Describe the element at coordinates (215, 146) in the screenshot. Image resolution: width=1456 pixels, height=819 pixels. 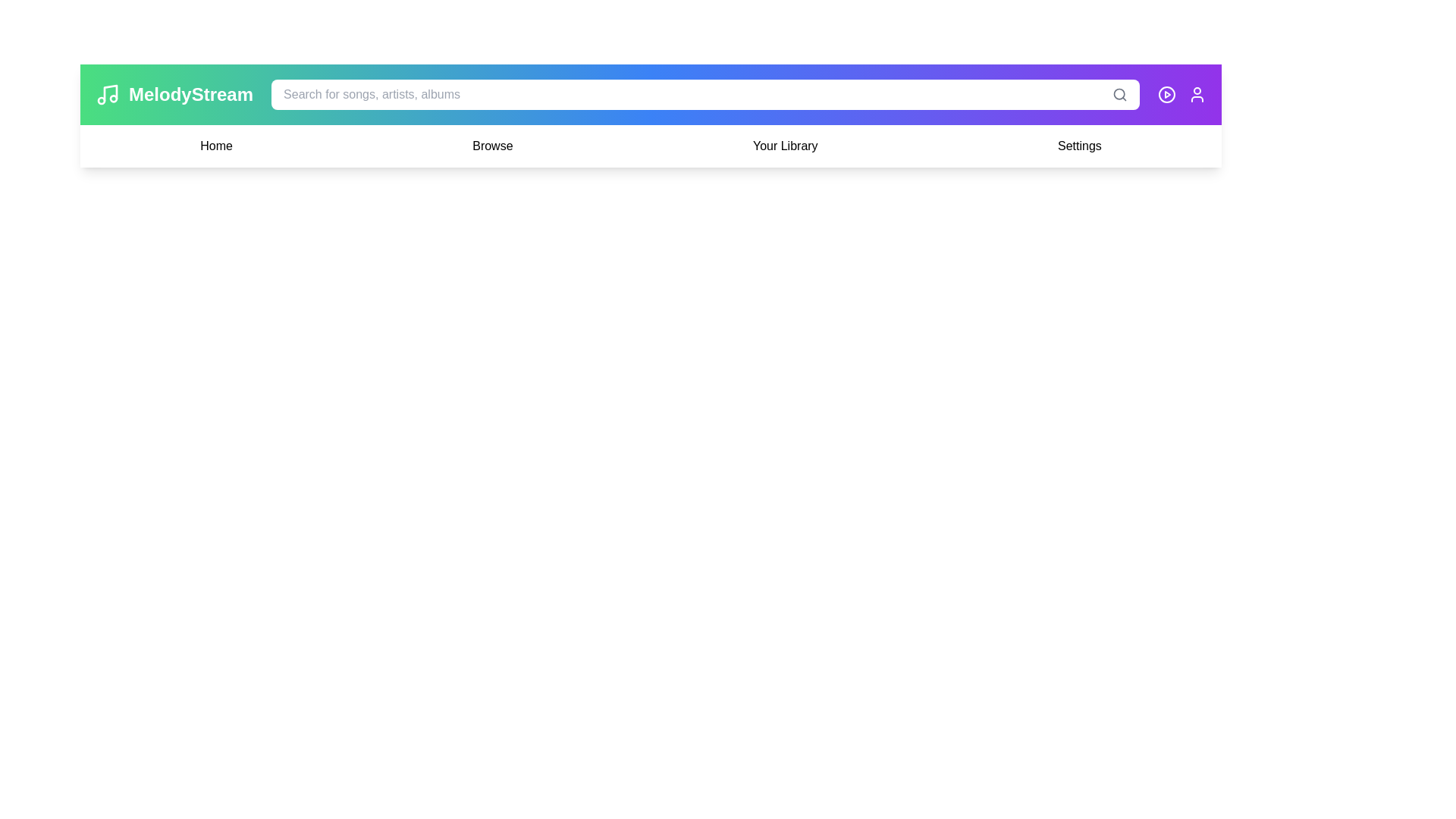
I see `the menu item Home from the navigation bar` at that location.